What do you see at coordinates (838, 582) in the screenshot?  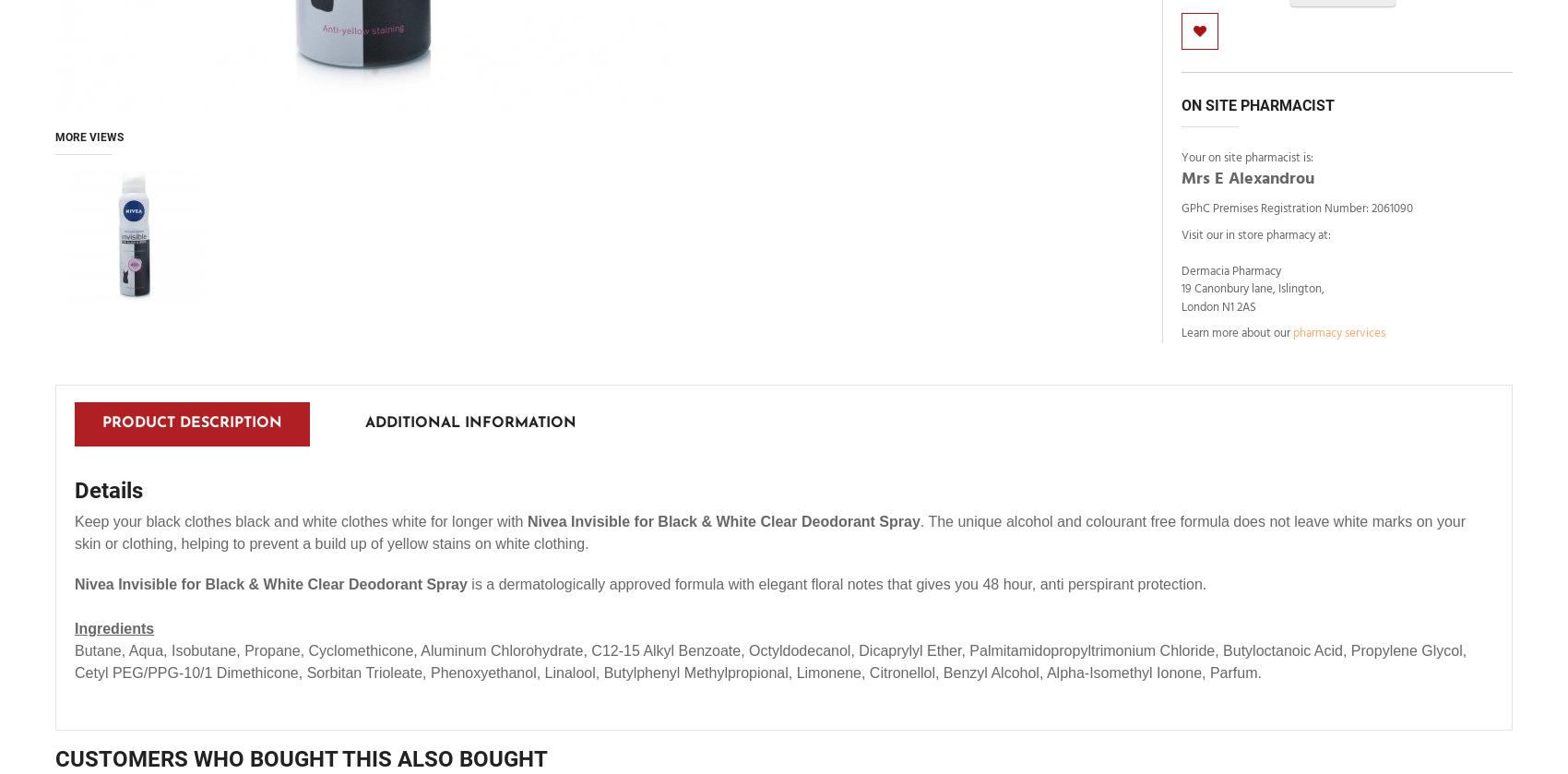 I see `'is a dermatologically approved formula with elegant floral notes that gives you 48 hour, anti perspirant protection.'` at bounding box center [838, 582].